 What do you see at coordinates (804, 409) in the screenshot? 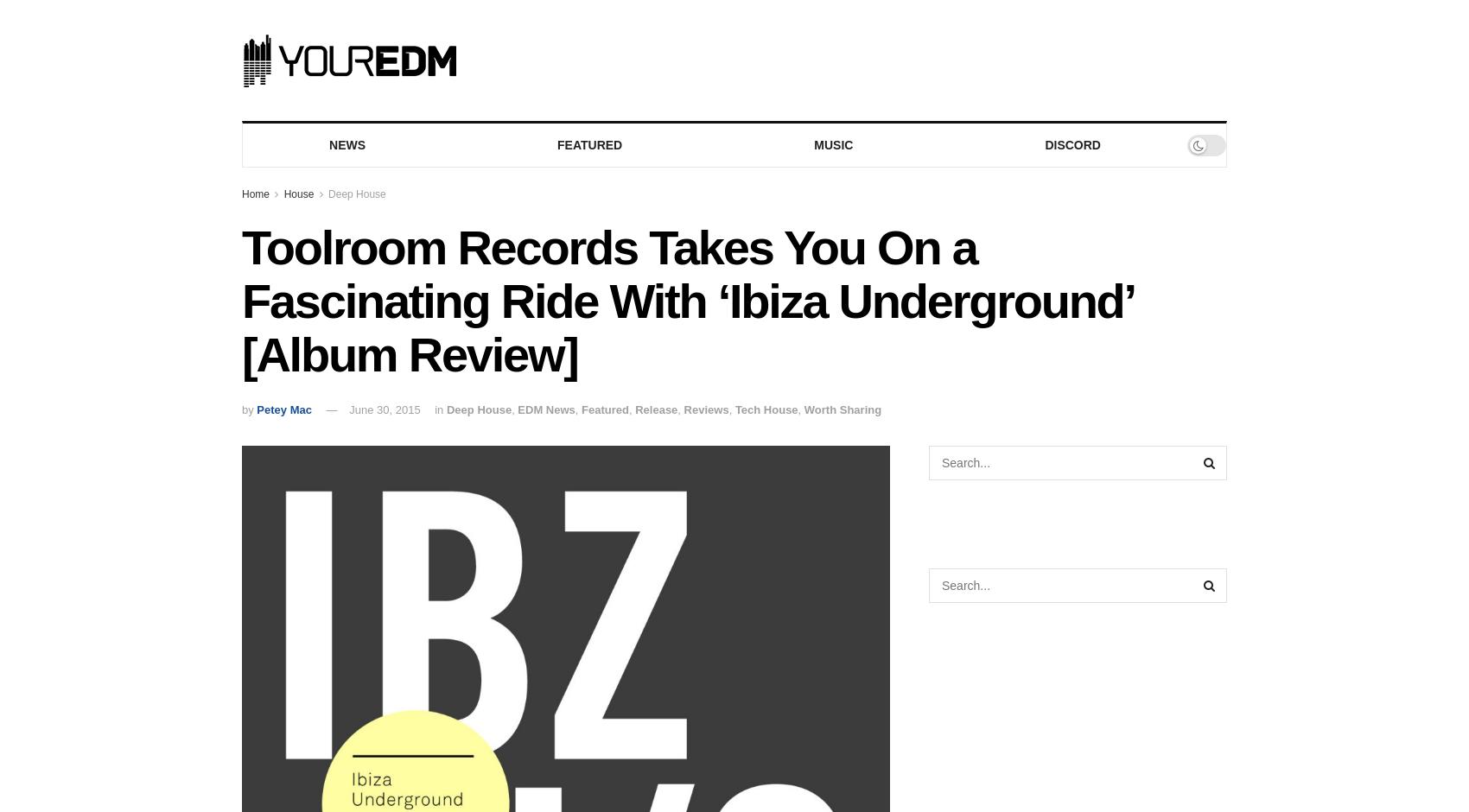
I see `'Worth Sharing'` at bounding box center [804, 409].